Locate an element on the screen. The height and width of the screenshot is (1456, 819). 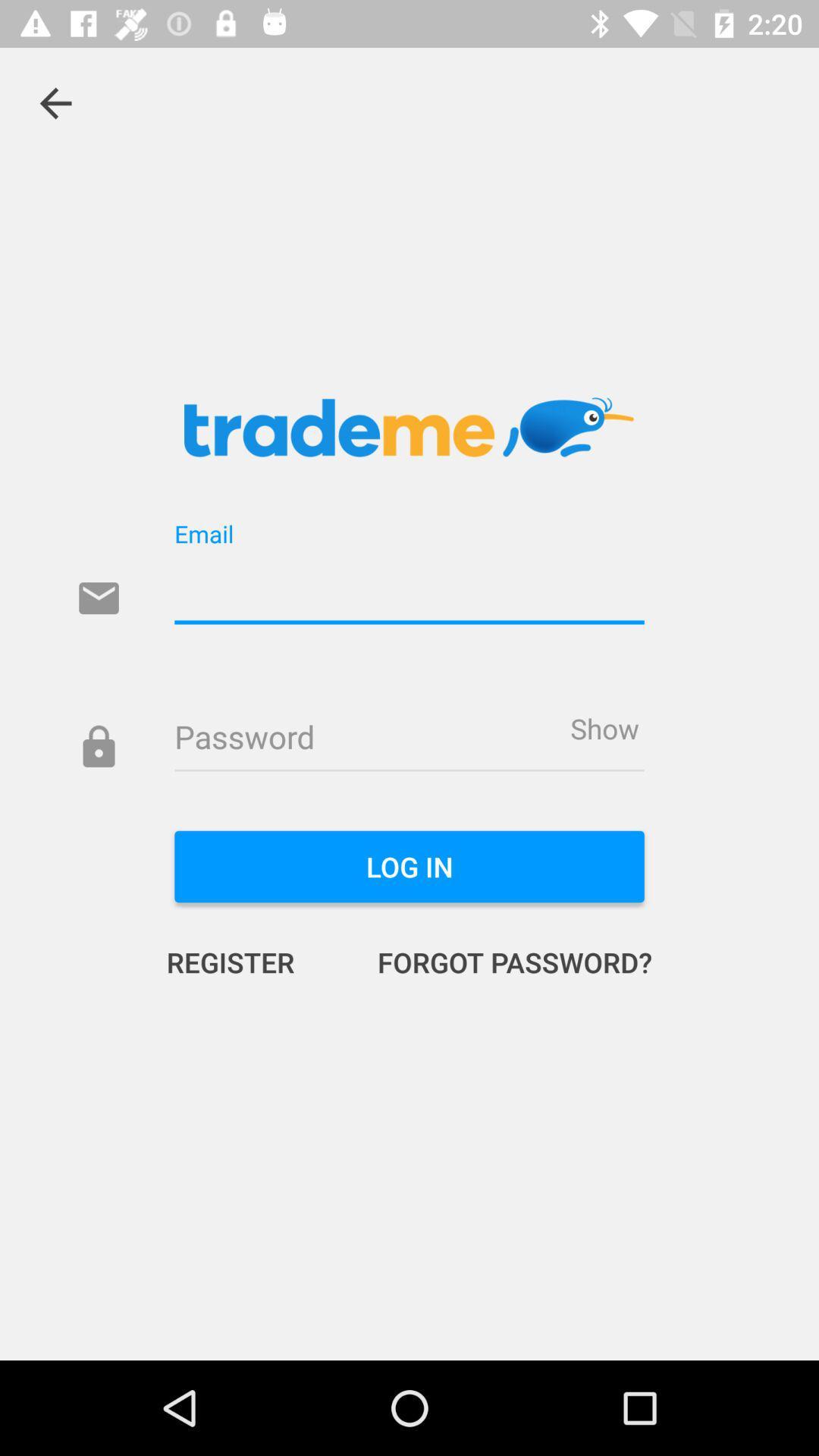
the icon below log in item is located at coordinates (499, 961).